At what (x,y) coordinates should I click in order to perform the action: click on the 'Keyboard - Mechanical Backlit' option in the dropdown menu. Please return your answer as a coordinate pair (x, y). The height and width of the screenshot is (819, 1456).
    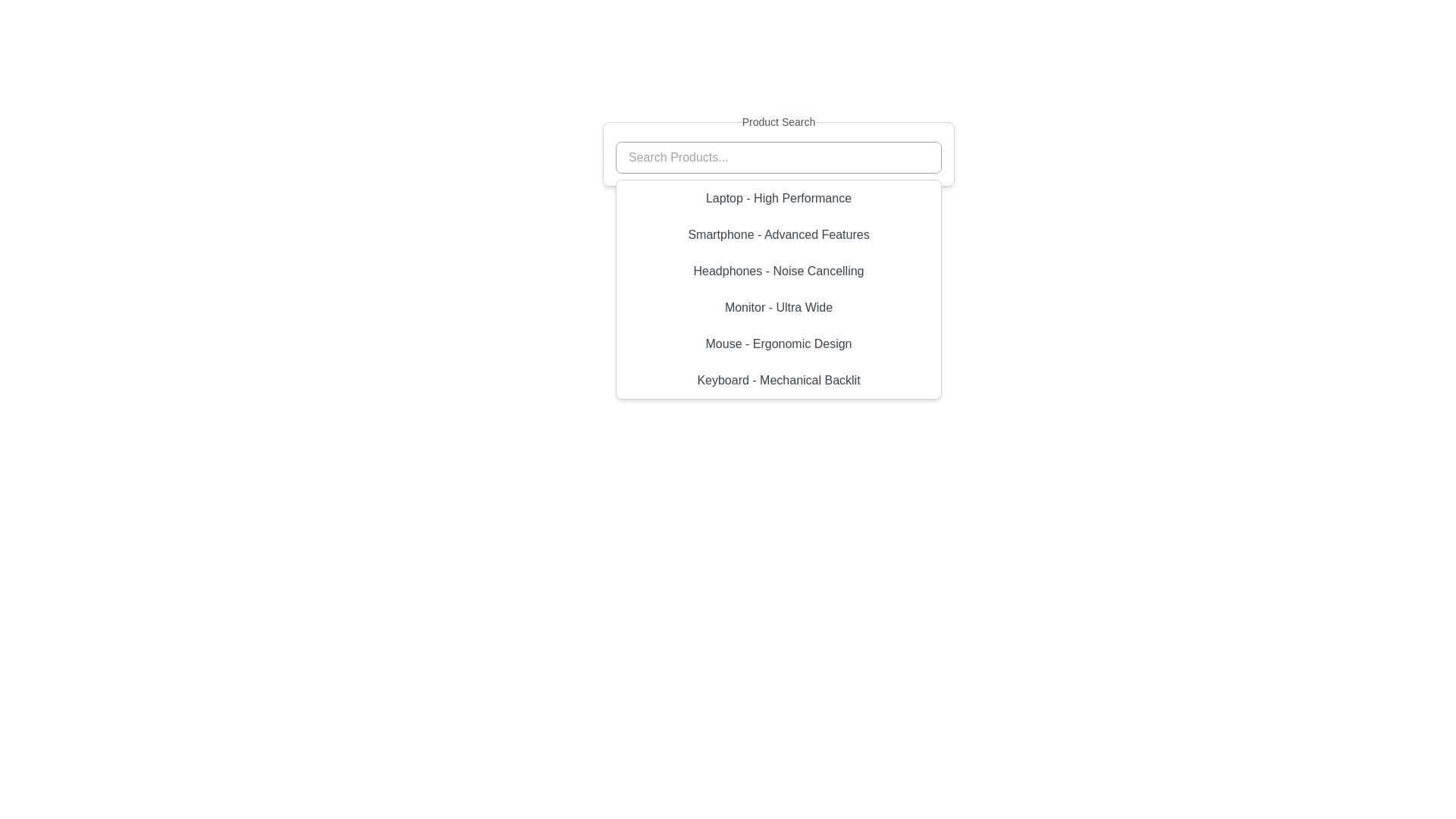
    Looking at the image, I should click on (779, 379).